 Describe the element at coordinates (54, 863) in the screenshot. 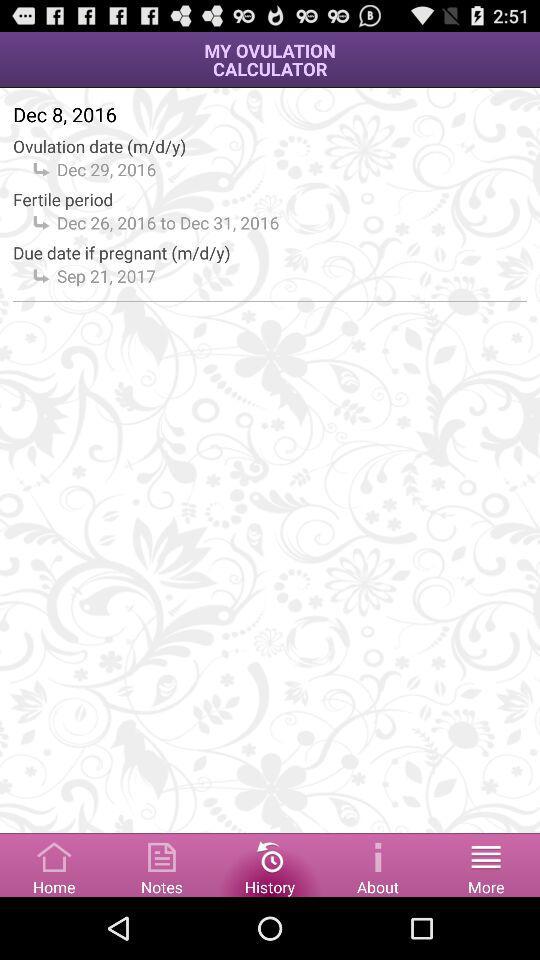

I see `click on home page button` at that location.